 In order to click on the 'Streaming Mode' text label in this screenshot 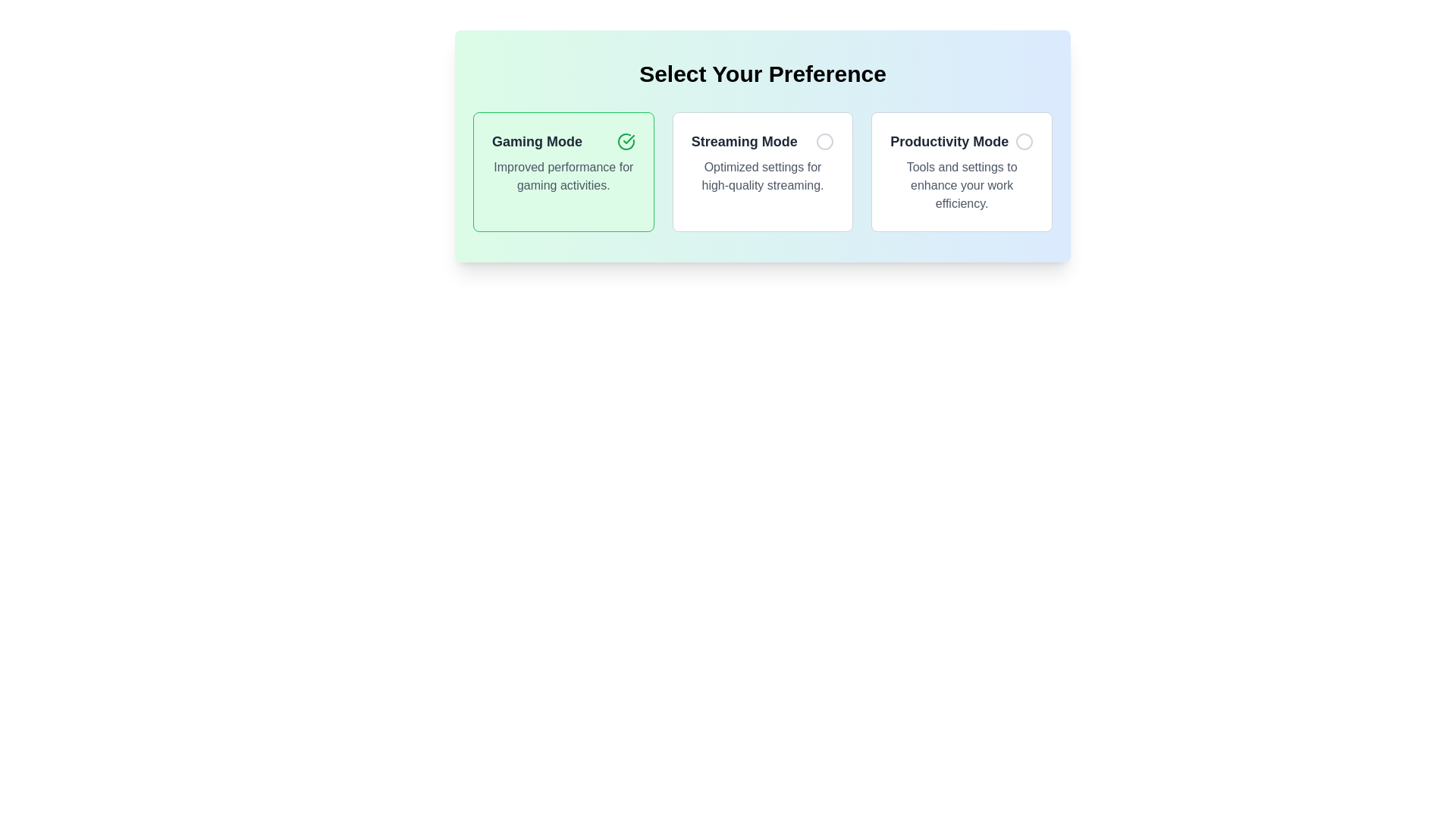, I will do `click(744, 141)`.